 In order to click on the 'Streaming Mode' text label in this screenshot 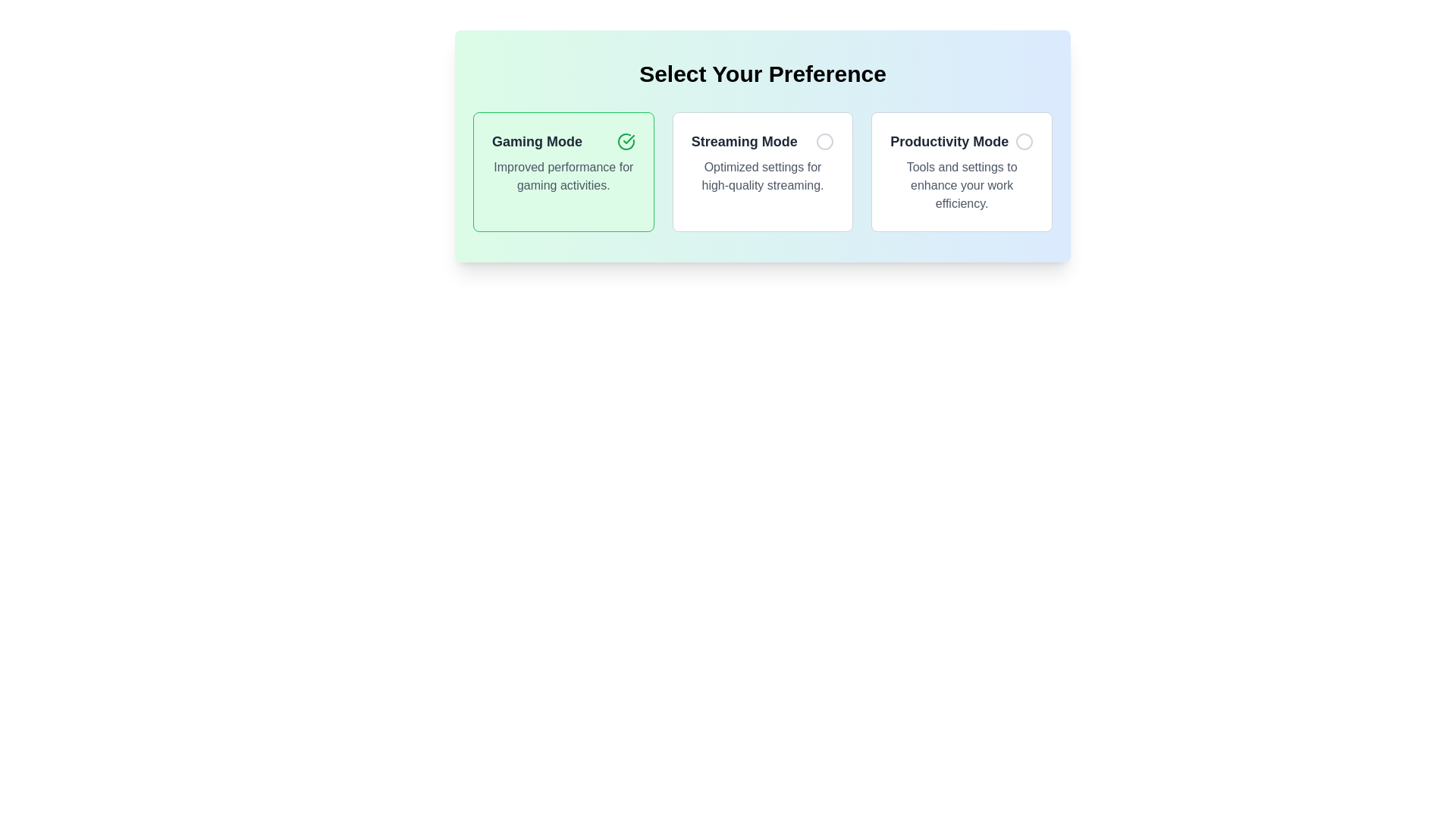, I will do `click(744, 141)`.